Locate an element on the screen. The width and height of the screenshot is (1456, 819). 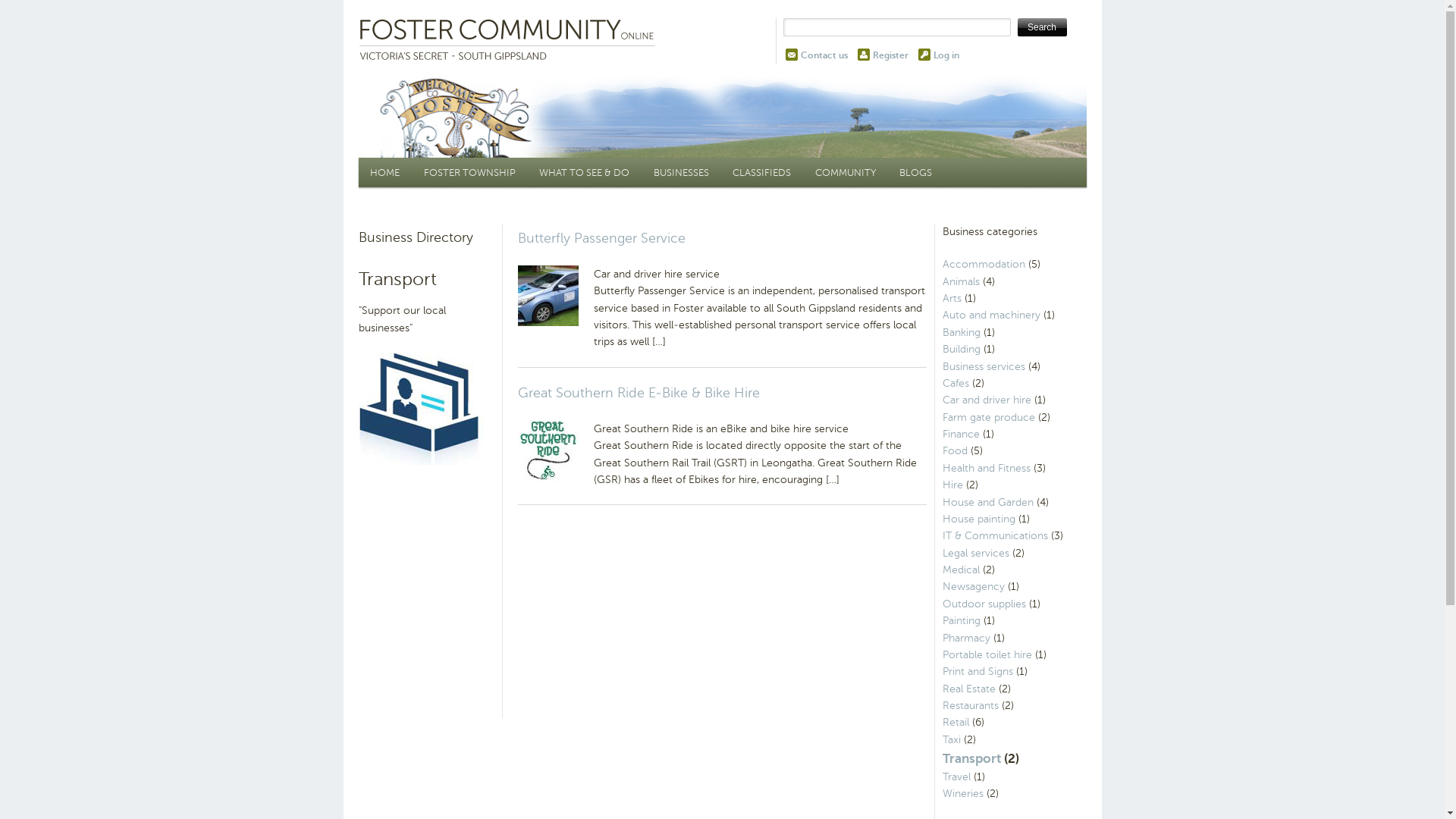
'Log in' is located at coordinates (931, 55).